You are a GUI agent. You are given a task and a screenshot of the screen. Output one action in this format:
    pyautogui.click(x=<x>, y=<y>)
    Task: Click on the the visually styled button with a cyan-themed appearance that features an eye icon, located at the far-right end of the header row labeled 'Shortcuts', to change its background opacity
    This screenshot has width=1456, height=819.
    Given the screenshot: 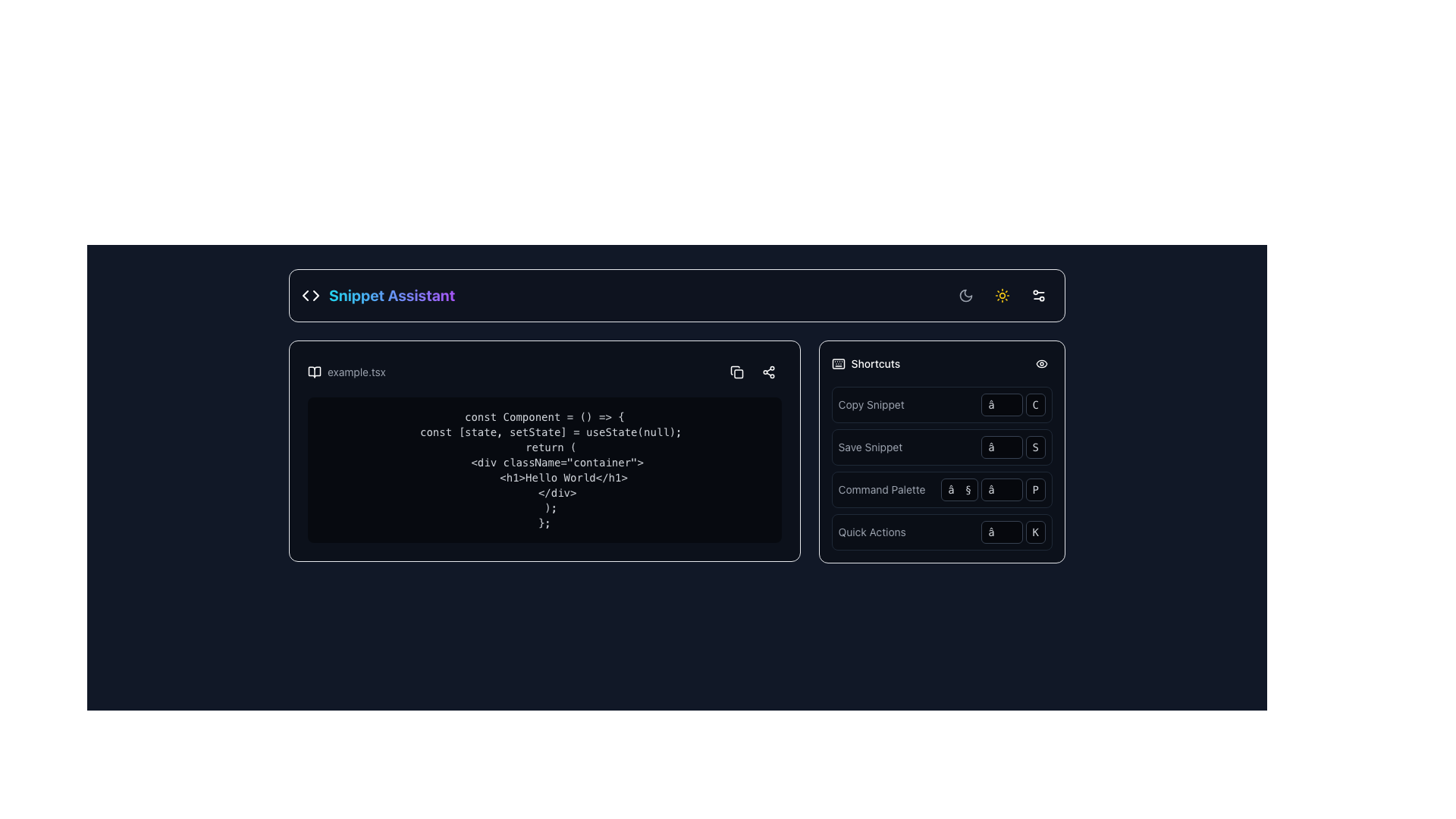 What is the action you would take?
    pyautogui.click(x=1040, y=363)
    